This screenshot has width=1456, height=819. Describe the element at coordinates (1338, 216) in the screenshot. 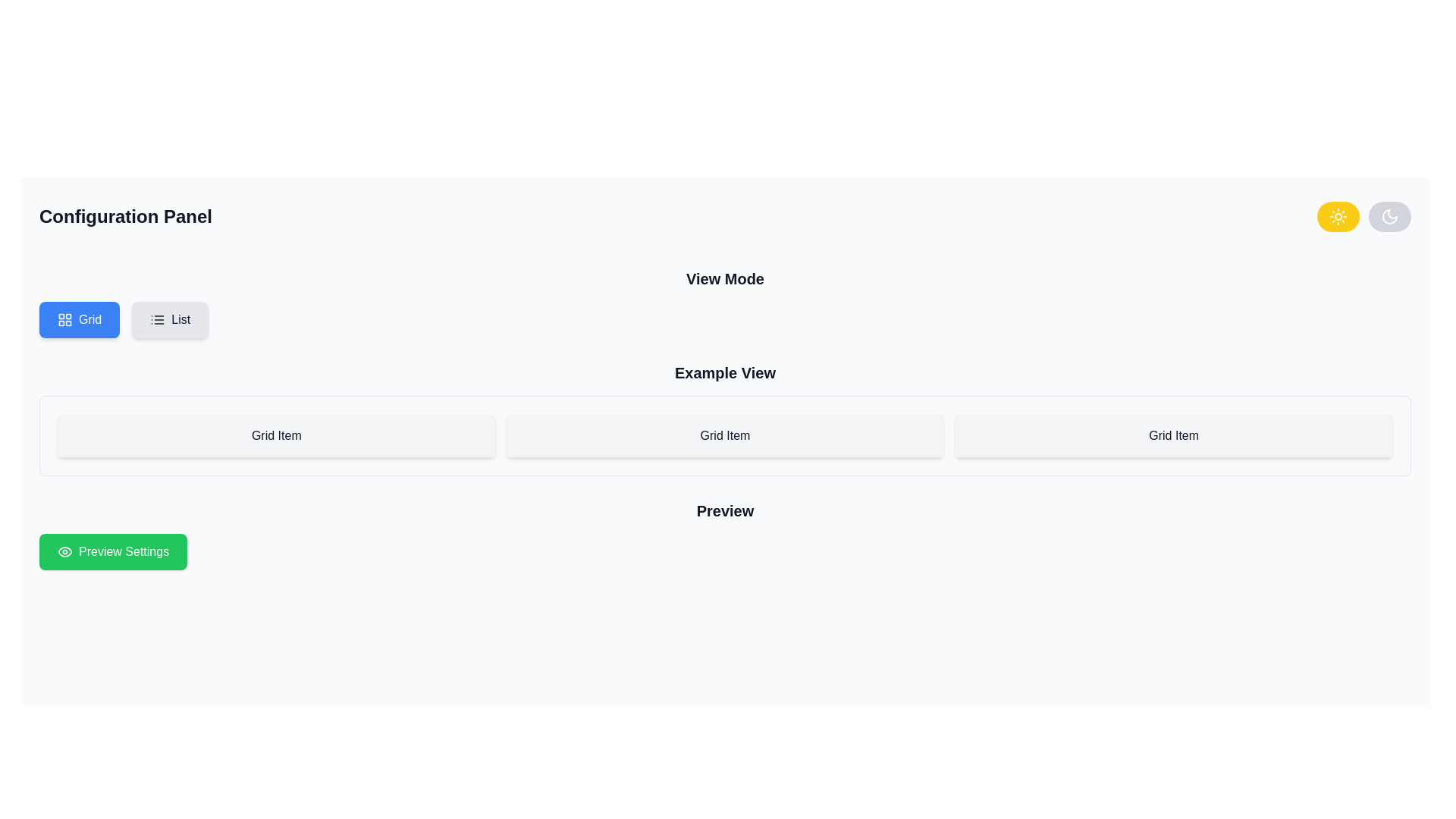

I see `the bright yellow circular button with a white sun icon in the top-right corner` at that location.